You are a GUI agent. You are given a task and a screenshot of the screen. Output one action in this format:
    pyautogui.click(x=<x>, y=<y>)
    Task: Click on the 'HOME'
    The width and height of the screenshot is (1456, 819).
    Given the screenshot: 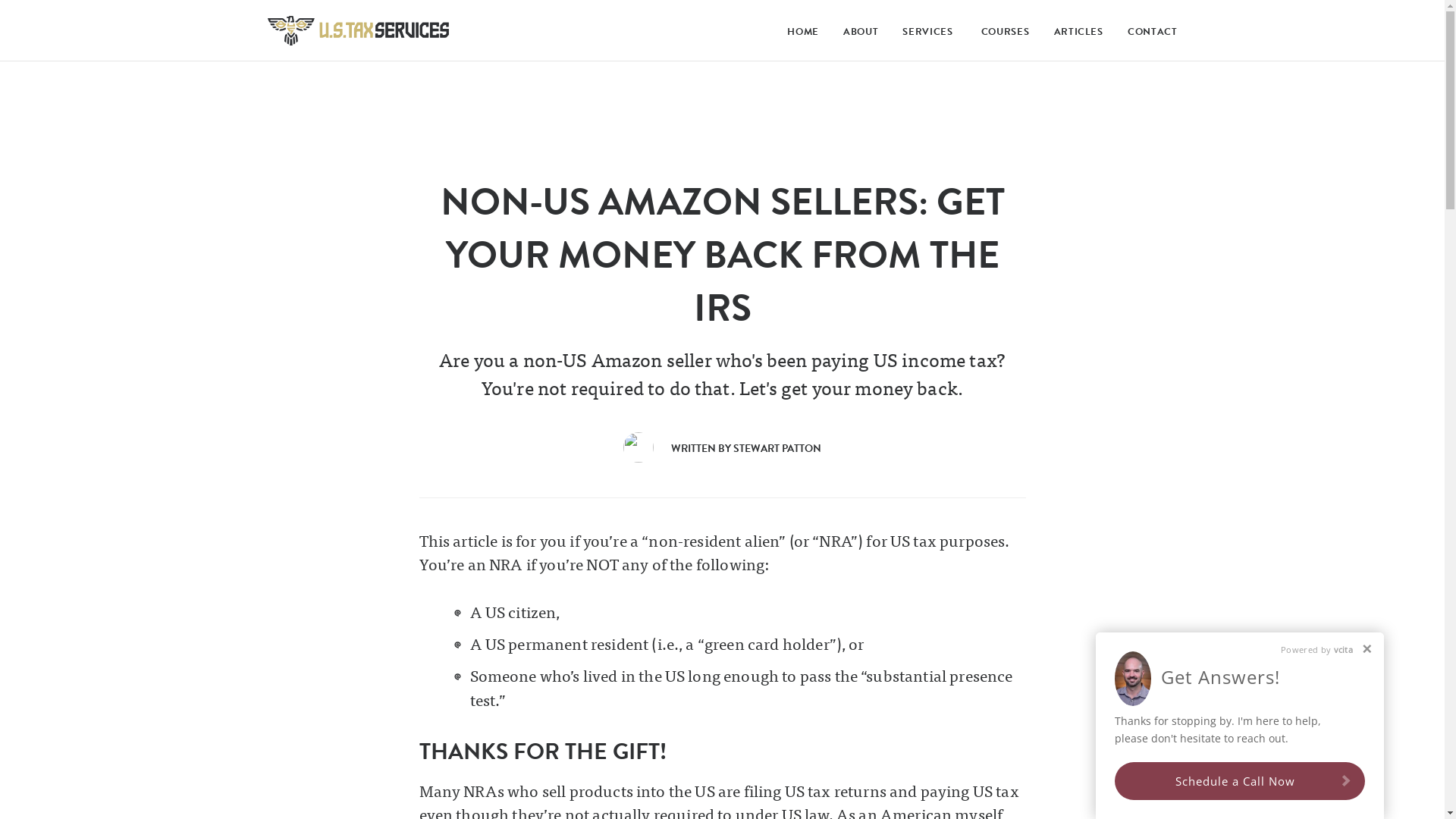 What is the action you would take?
    pyautogui.click(x=799, y=32)
    